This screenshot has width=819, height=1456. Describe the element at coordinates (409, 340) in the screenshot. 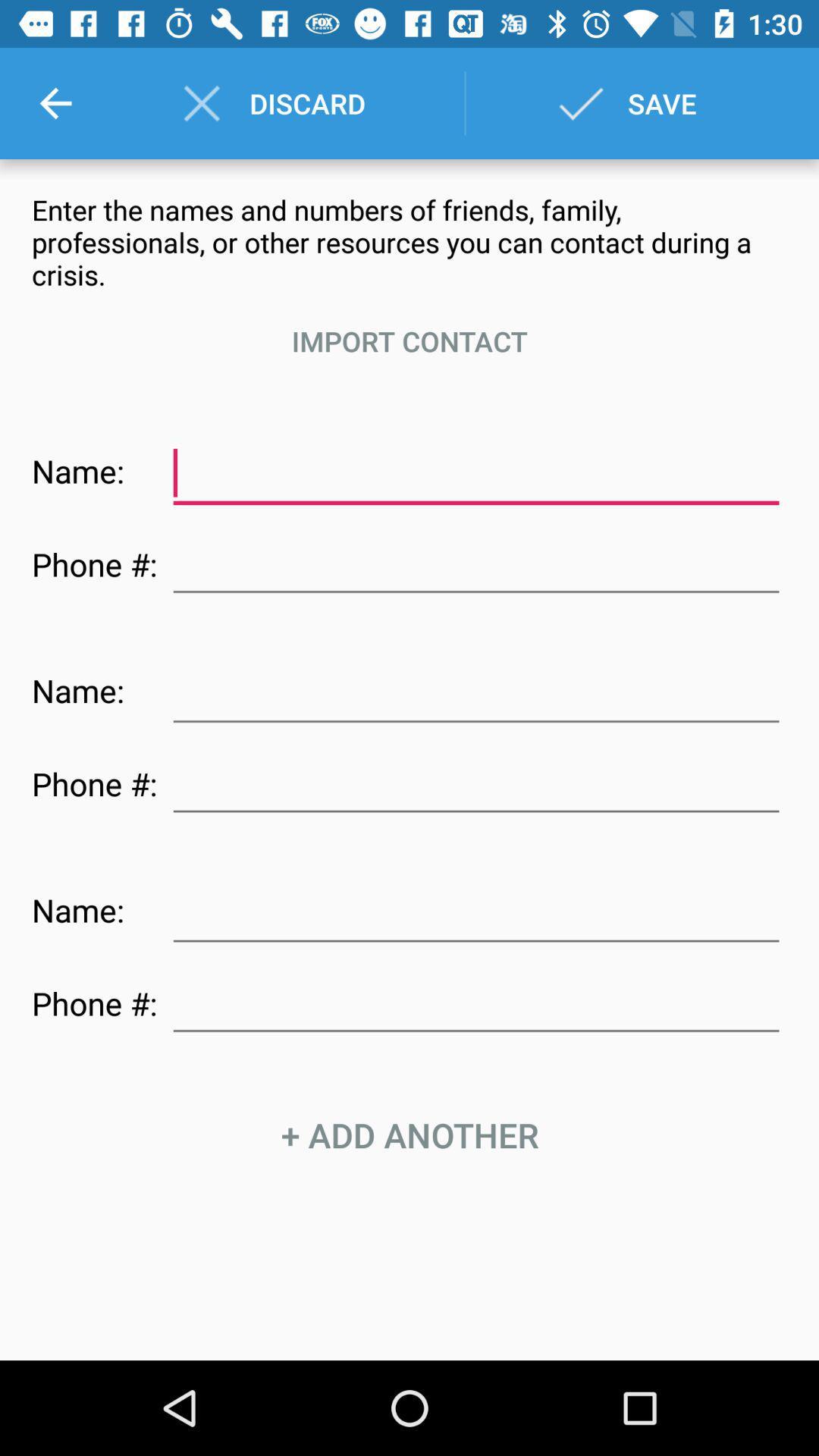

I see `import contact item` at that location.